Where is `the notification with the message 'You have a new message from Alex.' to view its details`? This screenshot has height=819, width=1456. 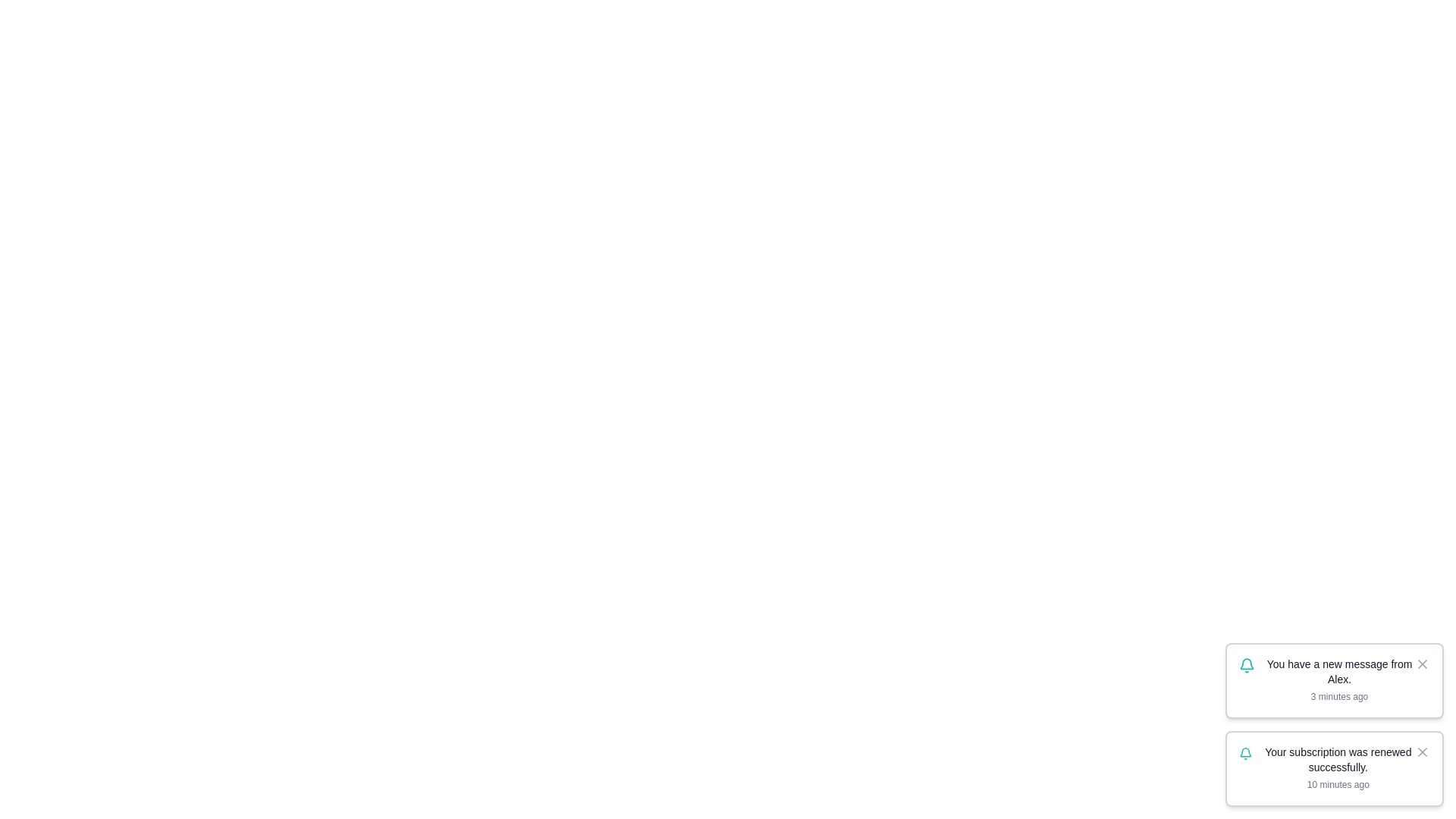
the notification with the message 'You have a new message from Alex.' to view its details is located at coordinates (1335, 680).